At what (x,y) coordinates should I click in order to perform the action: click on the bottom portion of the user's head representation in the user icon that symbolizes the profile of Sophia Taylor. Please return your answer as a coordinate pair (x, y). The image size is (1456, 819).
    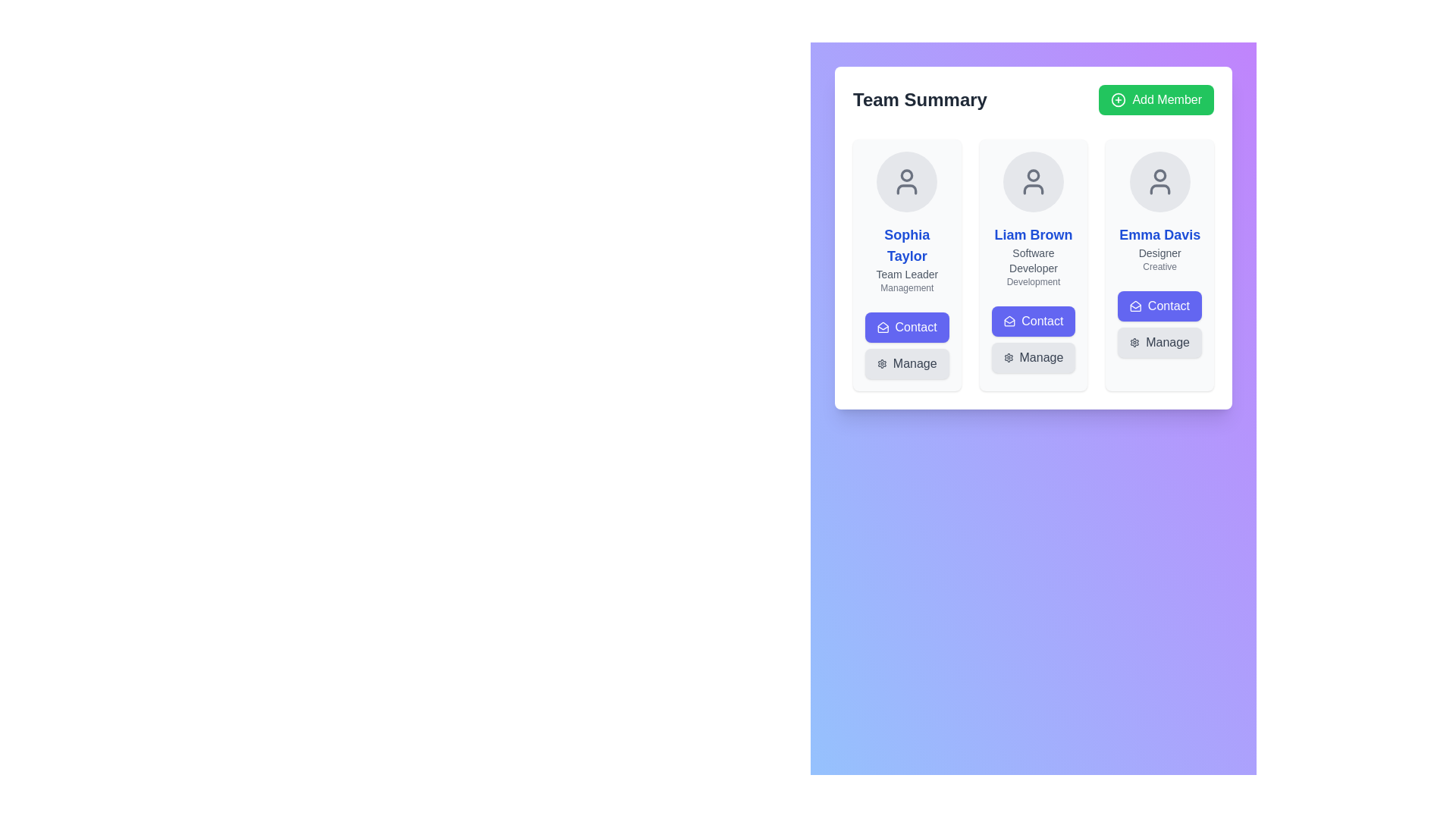
    Looking at the image, I should click on (907, 189).